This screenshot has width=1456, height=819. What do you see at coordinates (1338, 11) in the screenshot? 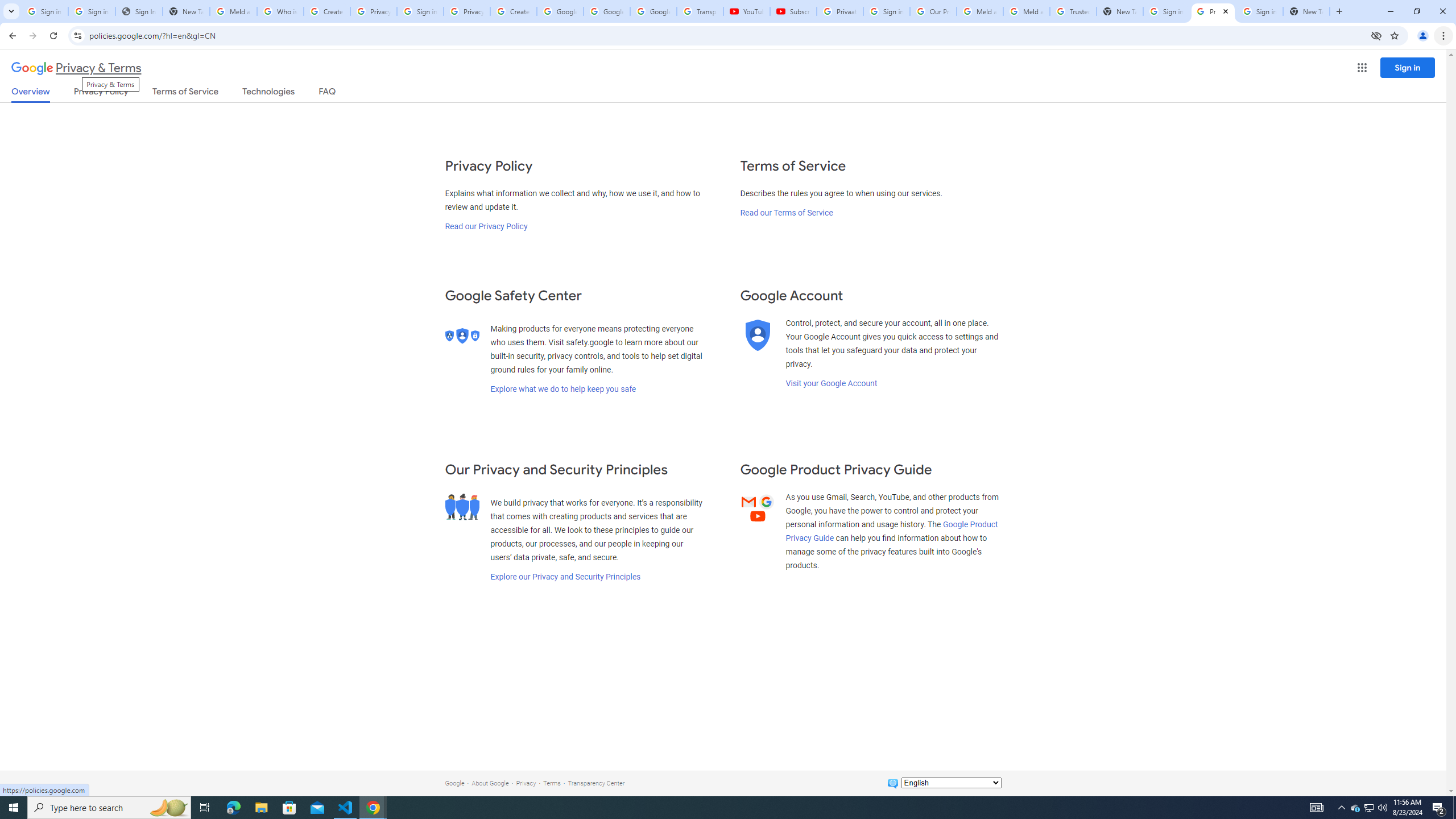
I see `'New Tab'` at bounding box center [1338, 11].